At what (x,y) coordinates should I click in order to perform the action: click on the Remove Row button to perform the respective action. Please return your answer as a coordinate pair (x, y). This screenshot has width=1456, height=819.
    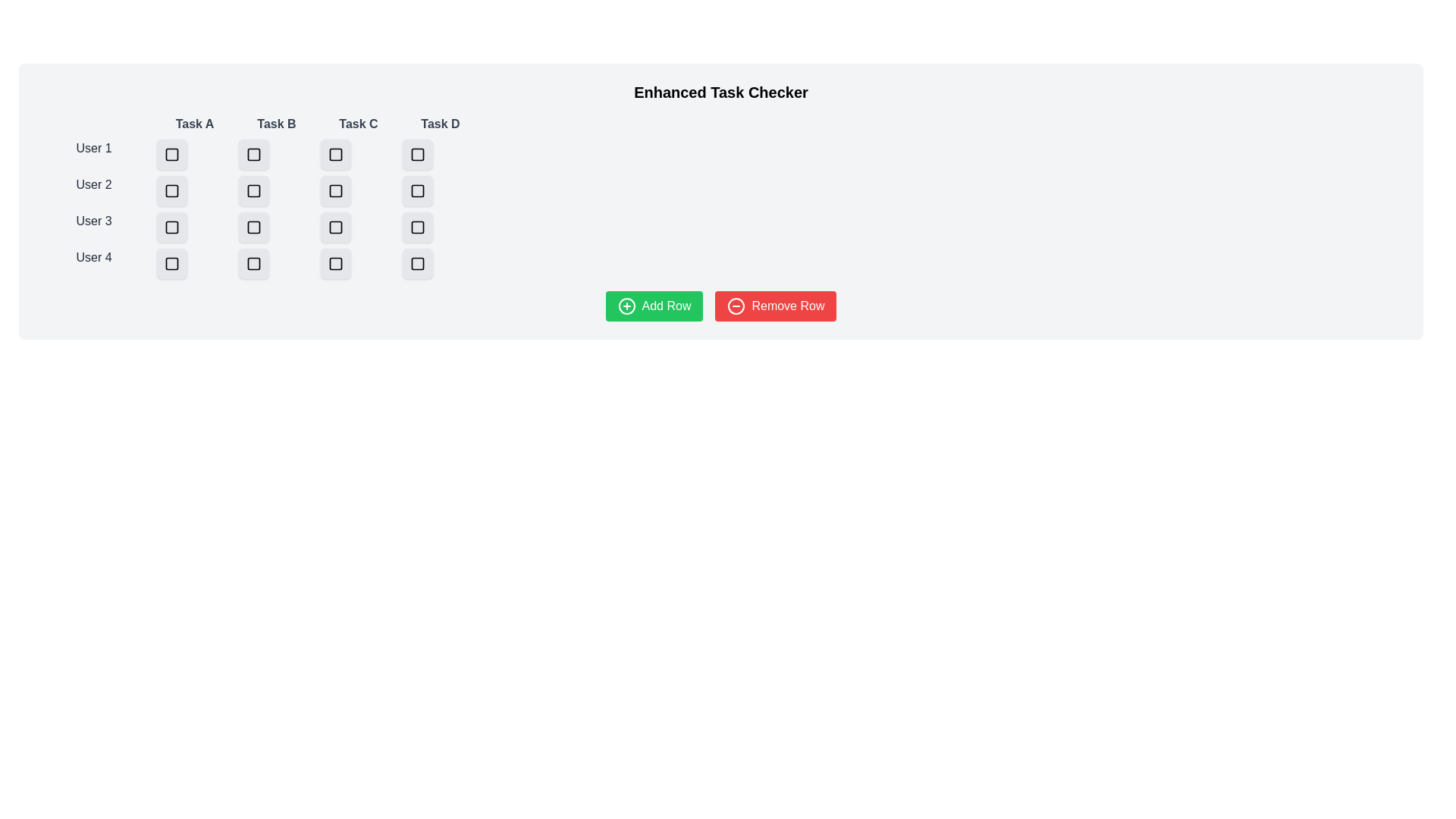
    Looking at the image, I should click on (775, 306).